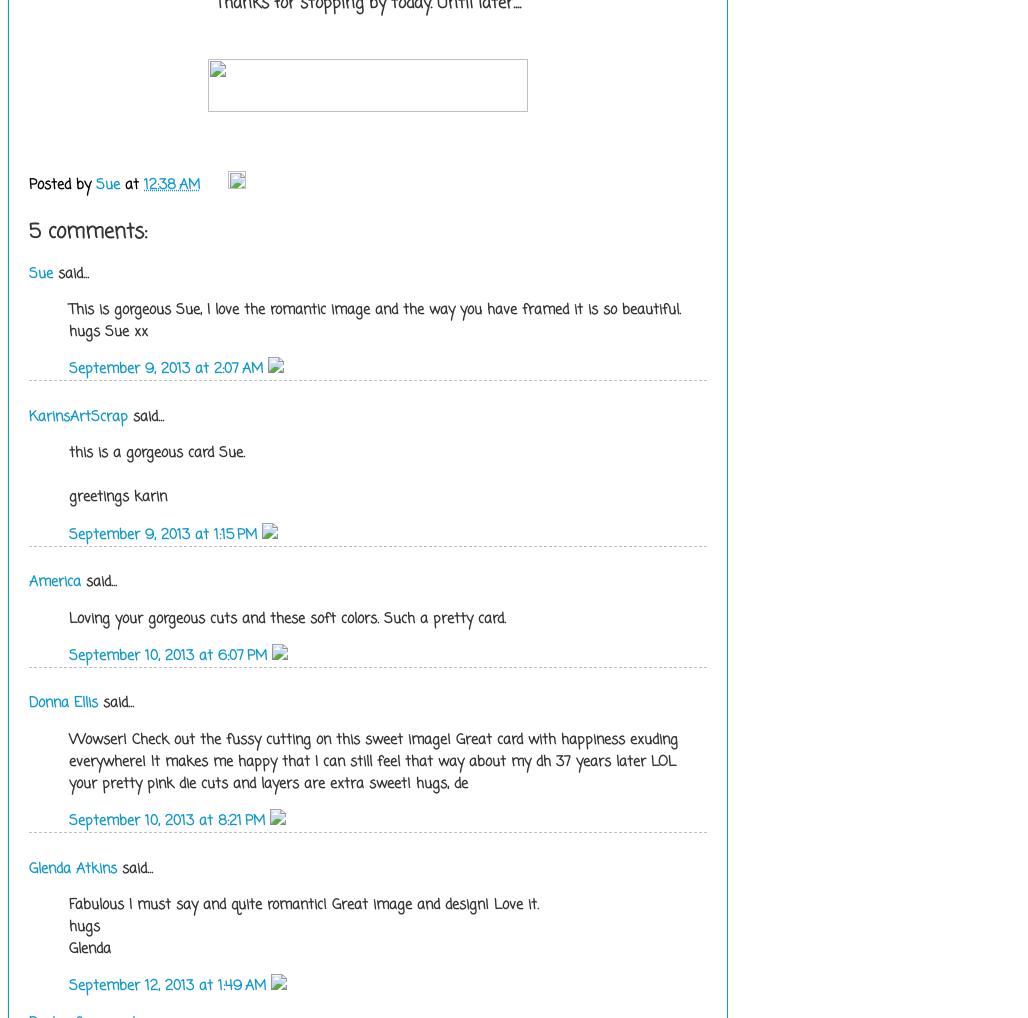 Image resolution: width=1028 pixels, height=1018 pixels. I want to click on 'Glenda', so click(88, 947).